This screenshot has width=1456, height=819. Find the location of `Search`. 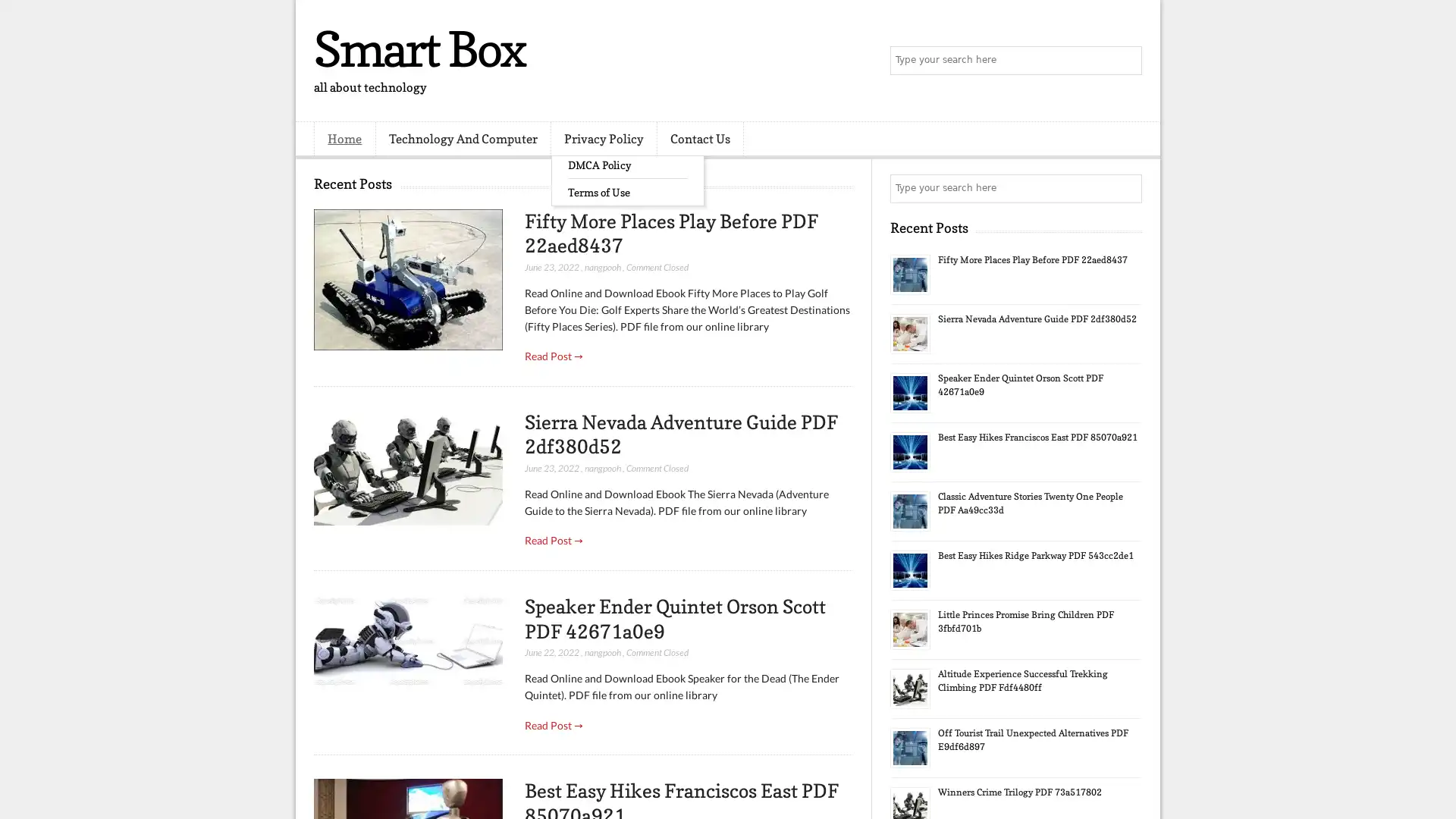

Search is located at coordinates (1126, 61).